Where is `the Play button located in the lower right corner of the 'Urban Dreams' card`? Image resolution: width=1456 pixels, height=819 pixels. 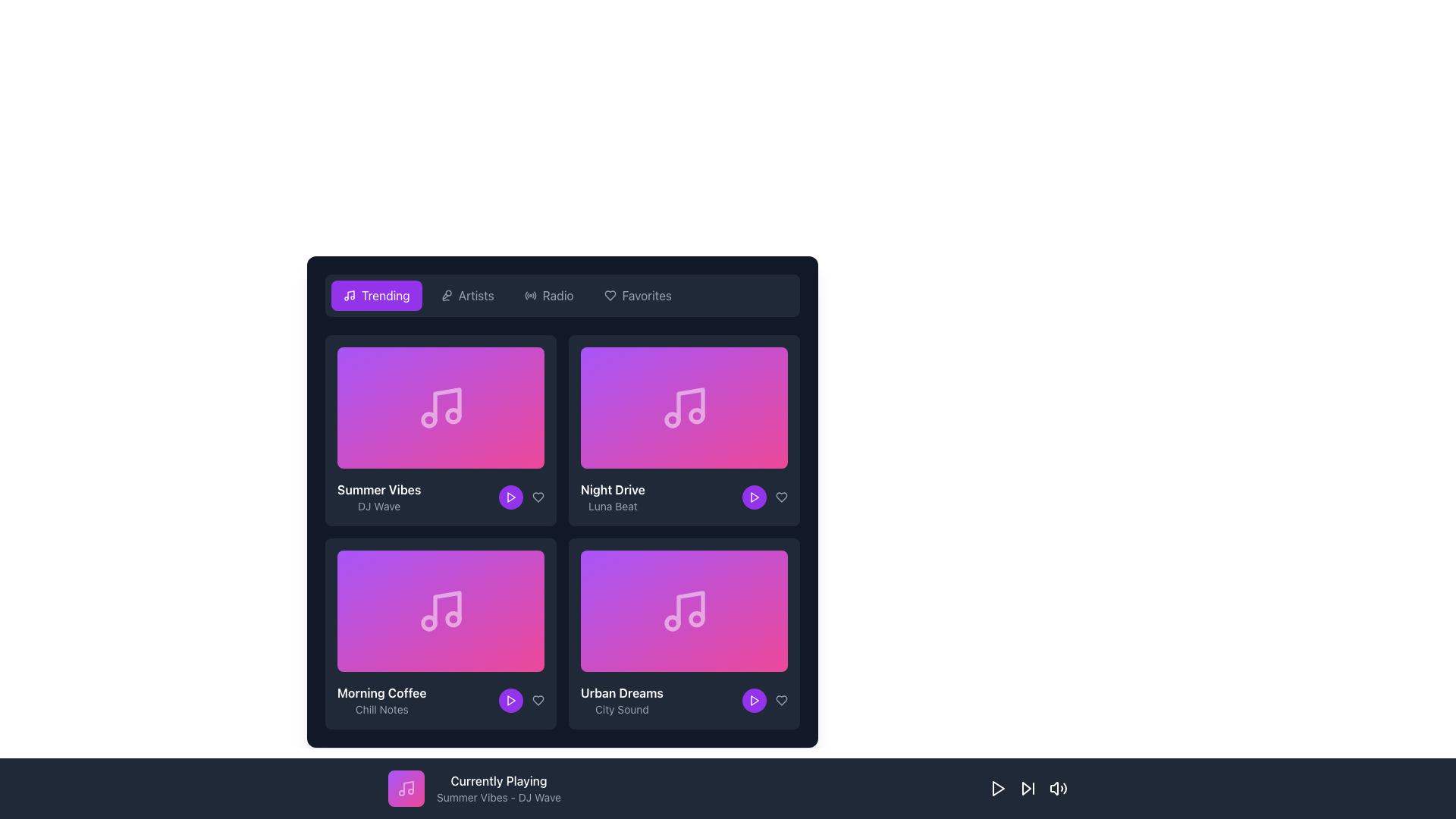 the Play button located in the lower right corner of the 'Urban Dreams' card is located at coordinates (754, 701).